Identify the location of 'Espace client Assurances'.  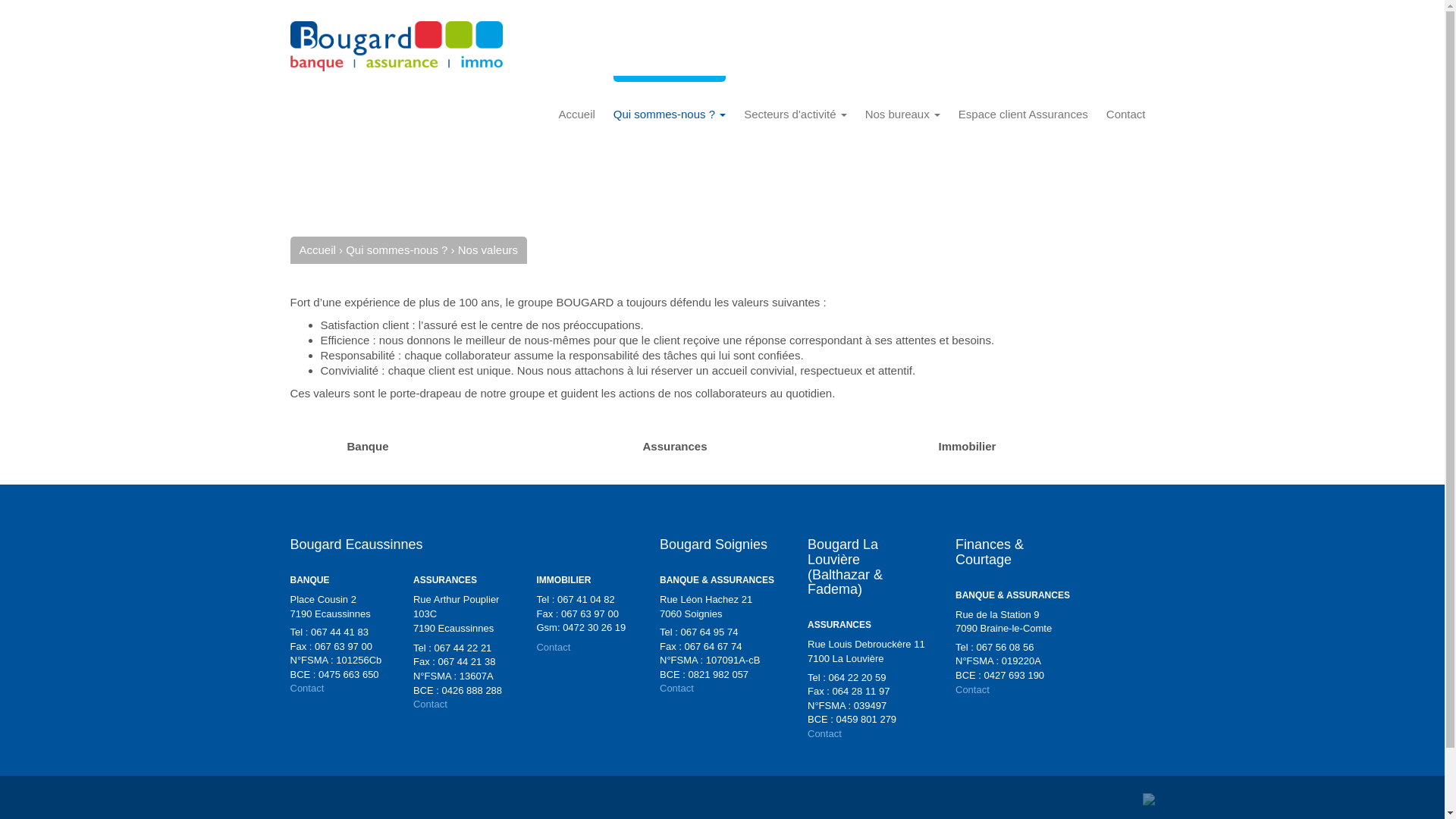
(957, 113).